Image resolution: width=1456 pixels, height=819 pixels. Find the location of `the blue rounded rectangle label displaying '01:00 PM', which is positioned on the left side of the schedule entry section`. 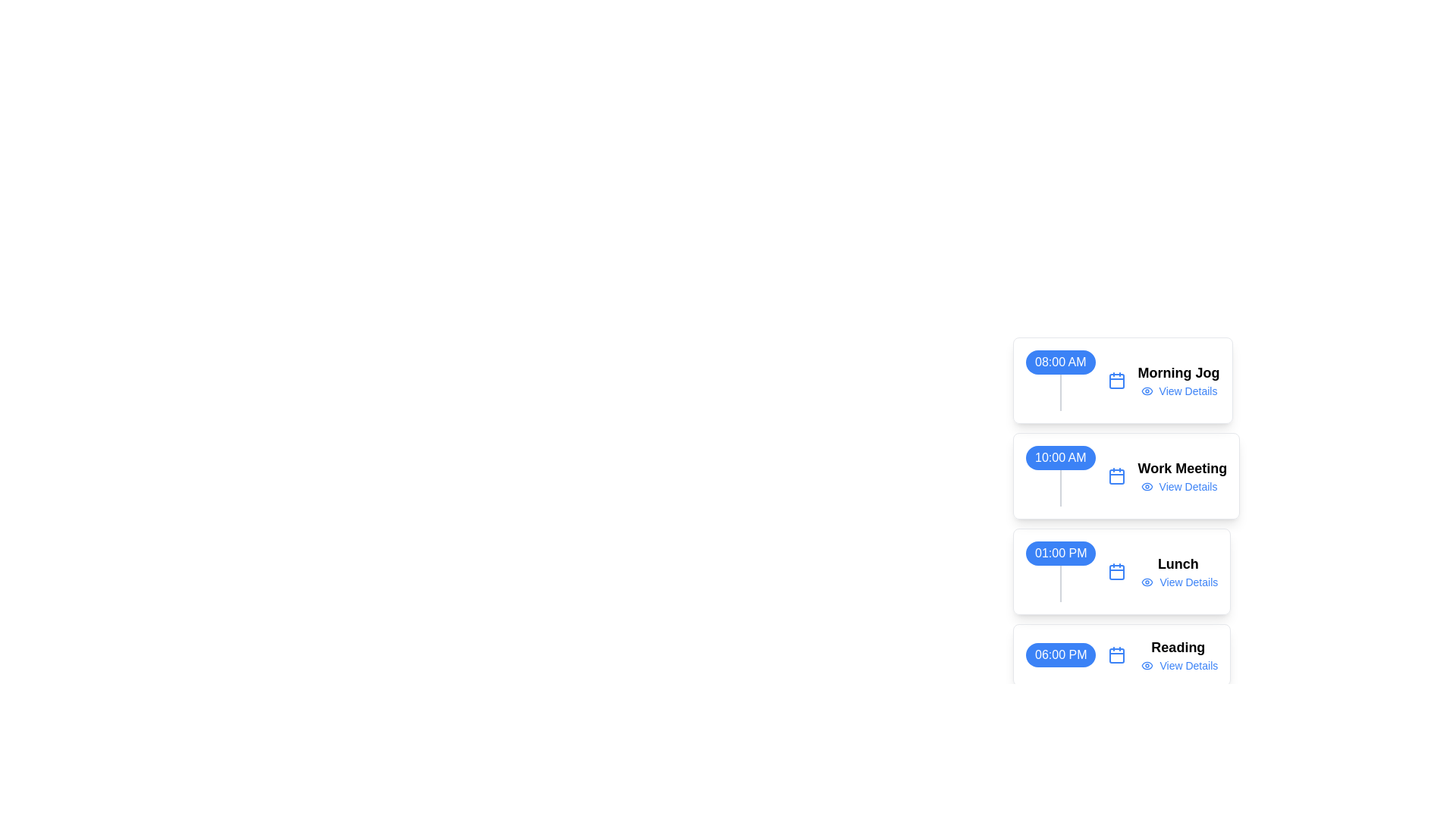

the blue rounded rectangle label displaying '01:00 PM', which is positioned on the left side of the schedule entry section is located at coordinates (1060, 571).